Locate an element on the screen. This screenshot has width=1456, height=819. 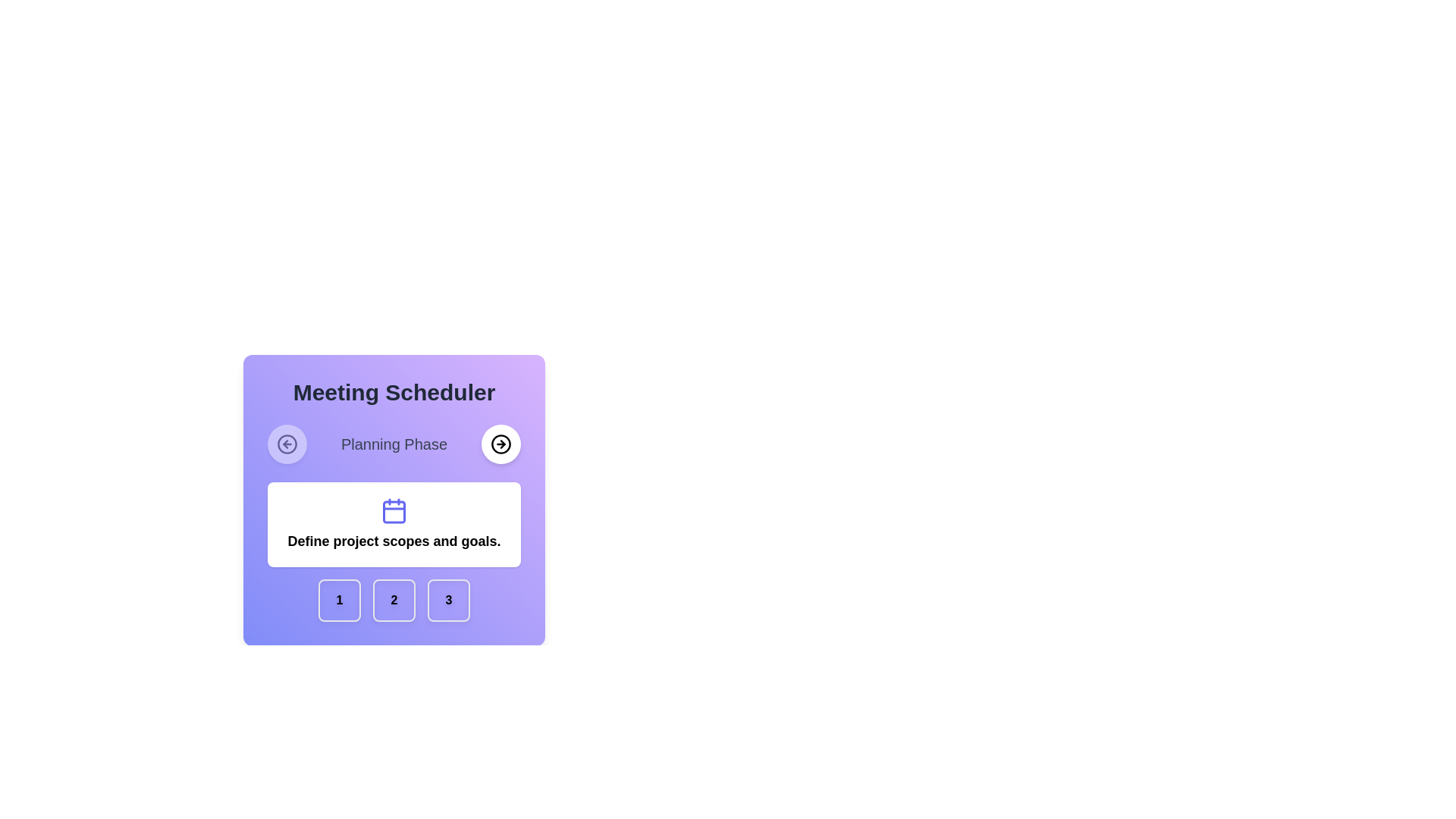
the last button in the sequence for selecting the third step in the project scope definition process is located at coordinates (447, 599).